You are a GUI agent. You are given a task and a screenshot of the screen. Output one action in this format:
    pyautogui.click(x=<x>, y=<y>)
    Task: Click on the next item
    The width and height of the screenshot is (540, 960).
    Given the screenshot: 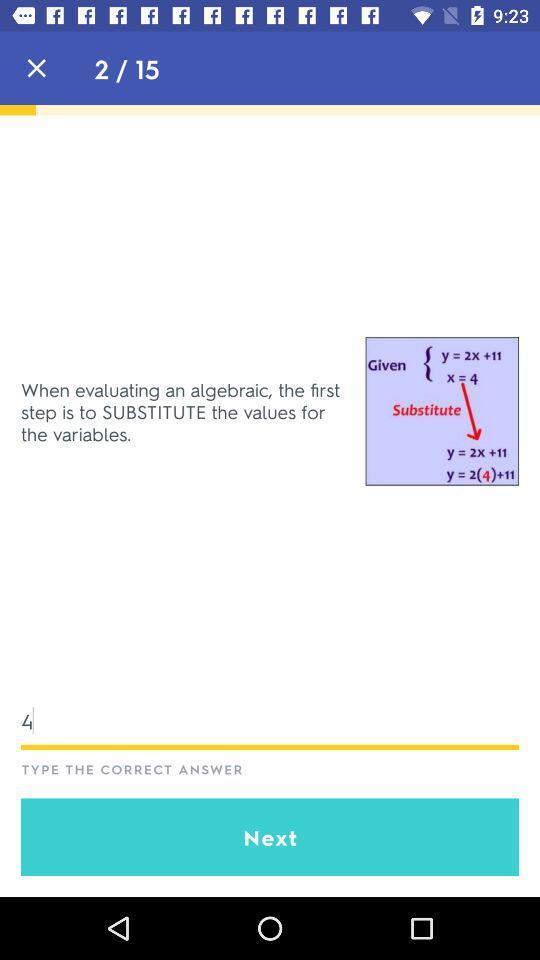 What is the action you would take?
    pyautogui.click(x=270, y=837)
    